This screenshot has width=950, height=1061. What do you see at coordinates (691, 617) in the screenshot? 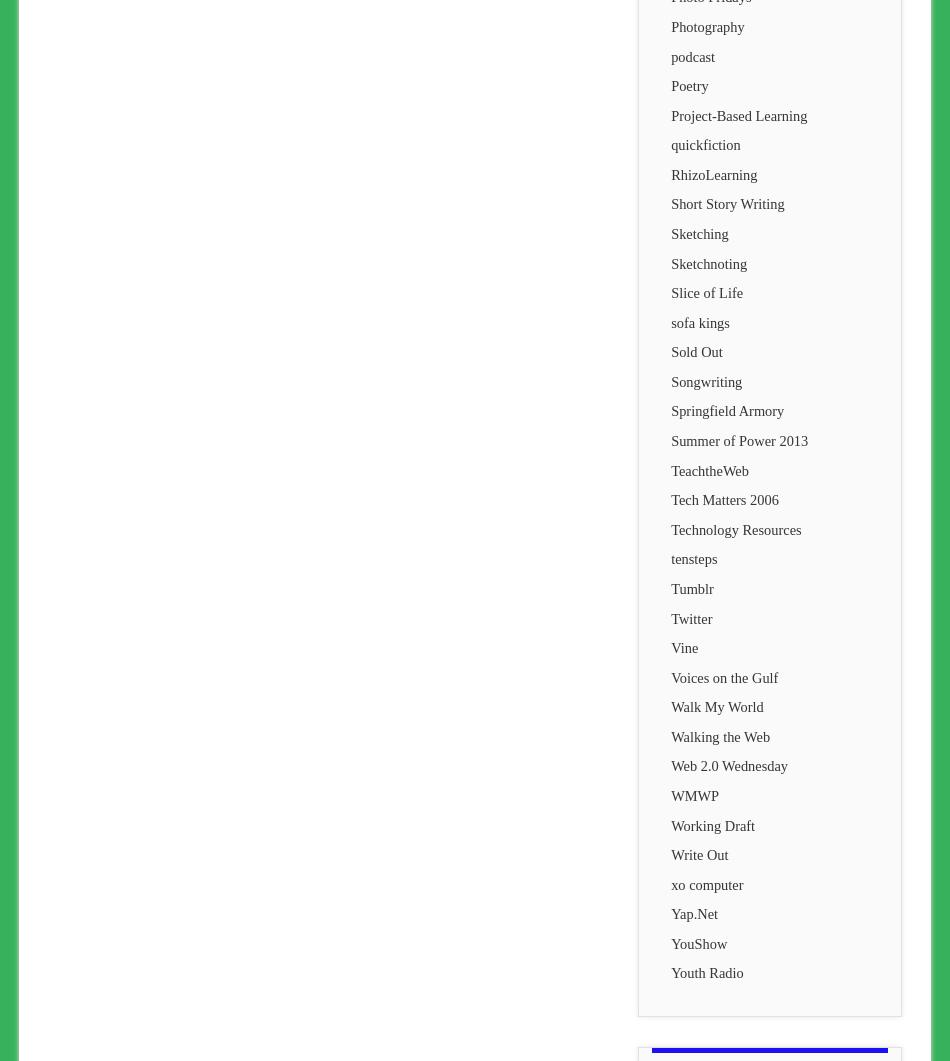
I see `'Twitter'` at bounding box center [691, 617].